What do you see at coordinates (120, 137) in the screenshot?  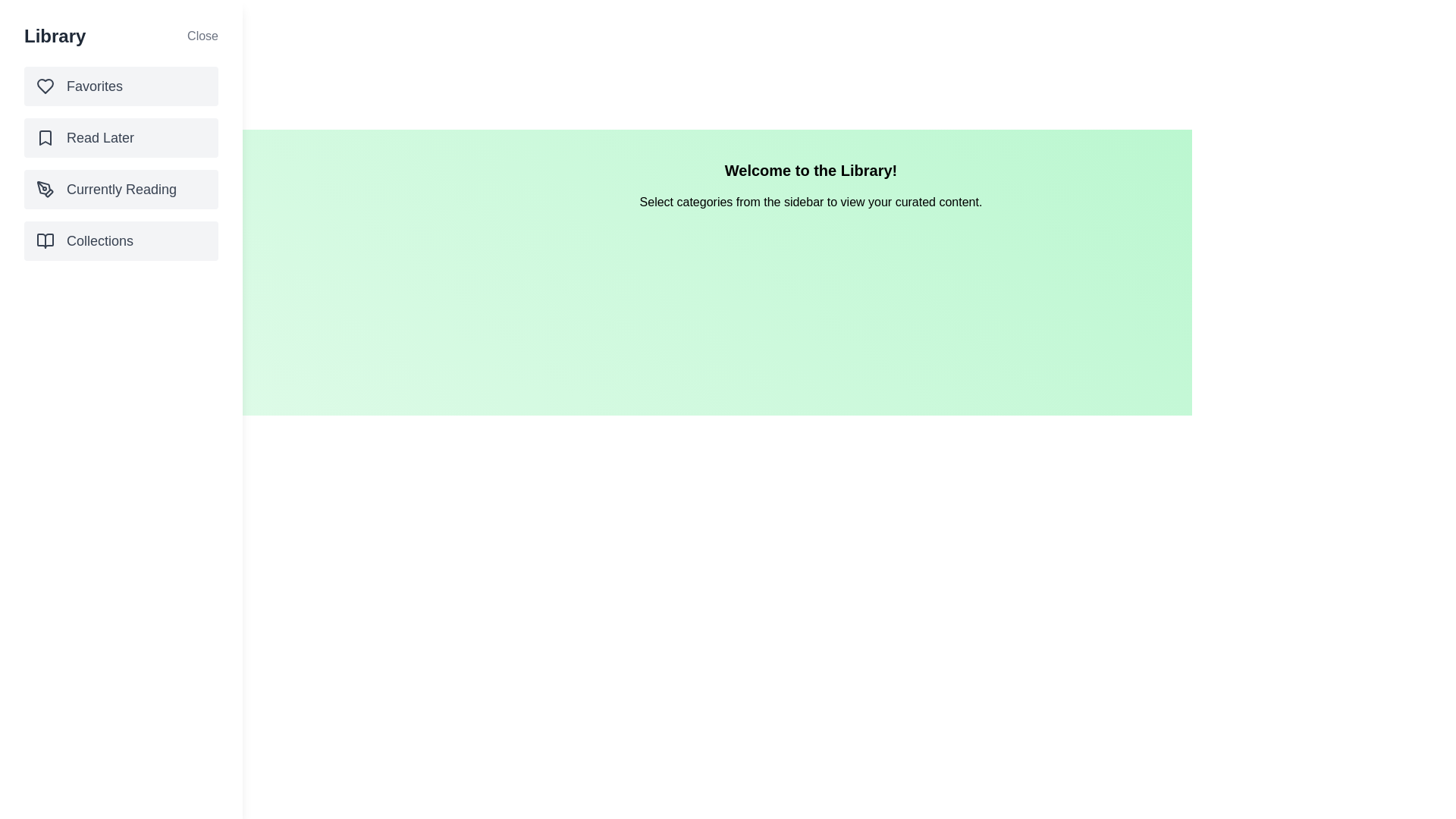 I see `the Read Later button in the sidebar` at bounding box center [120, 137].